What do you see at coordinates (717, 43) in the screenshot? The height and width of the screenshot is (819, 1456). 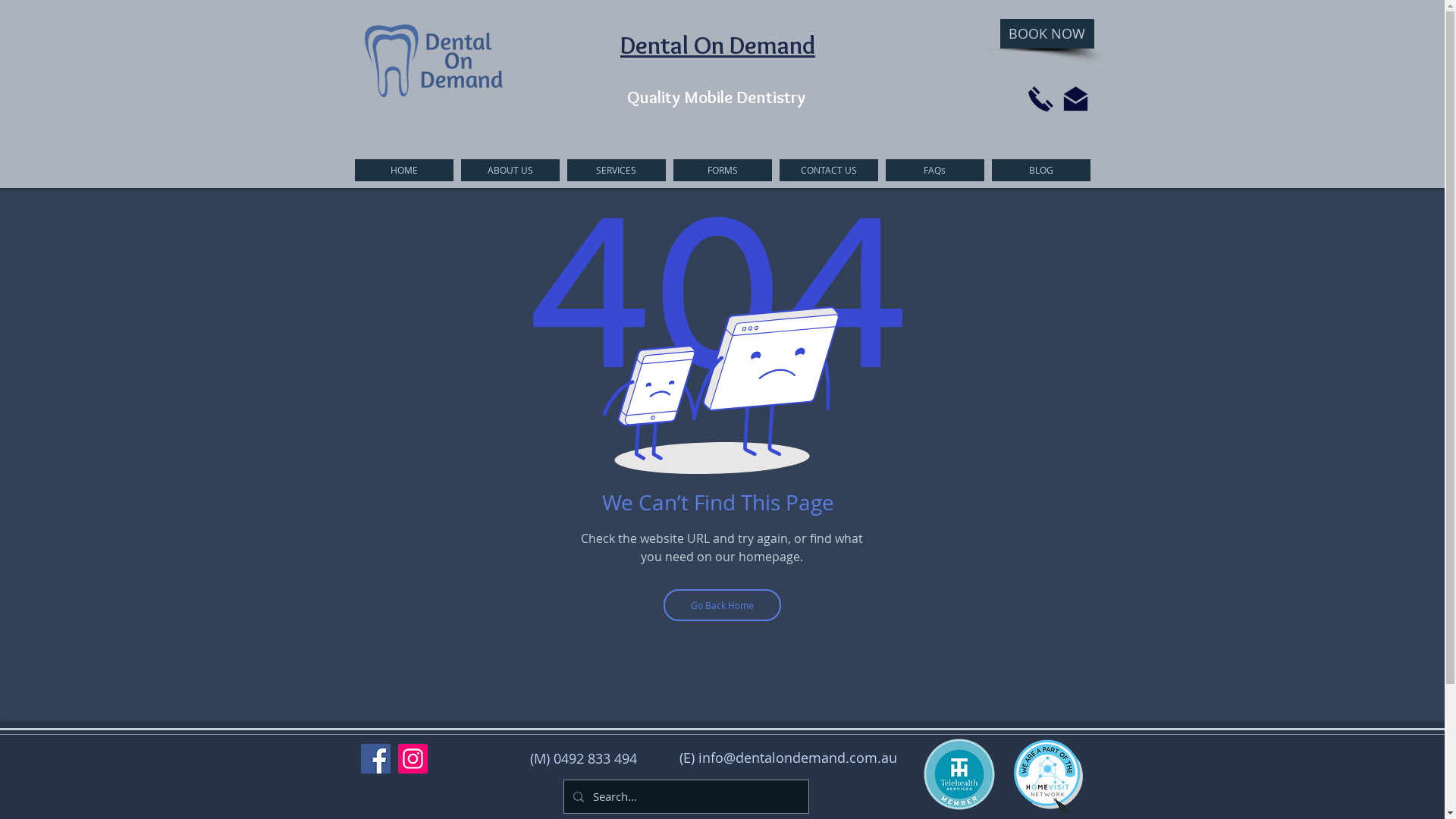 I see `'Dental On Demand'` at bounding box center [717, 43].